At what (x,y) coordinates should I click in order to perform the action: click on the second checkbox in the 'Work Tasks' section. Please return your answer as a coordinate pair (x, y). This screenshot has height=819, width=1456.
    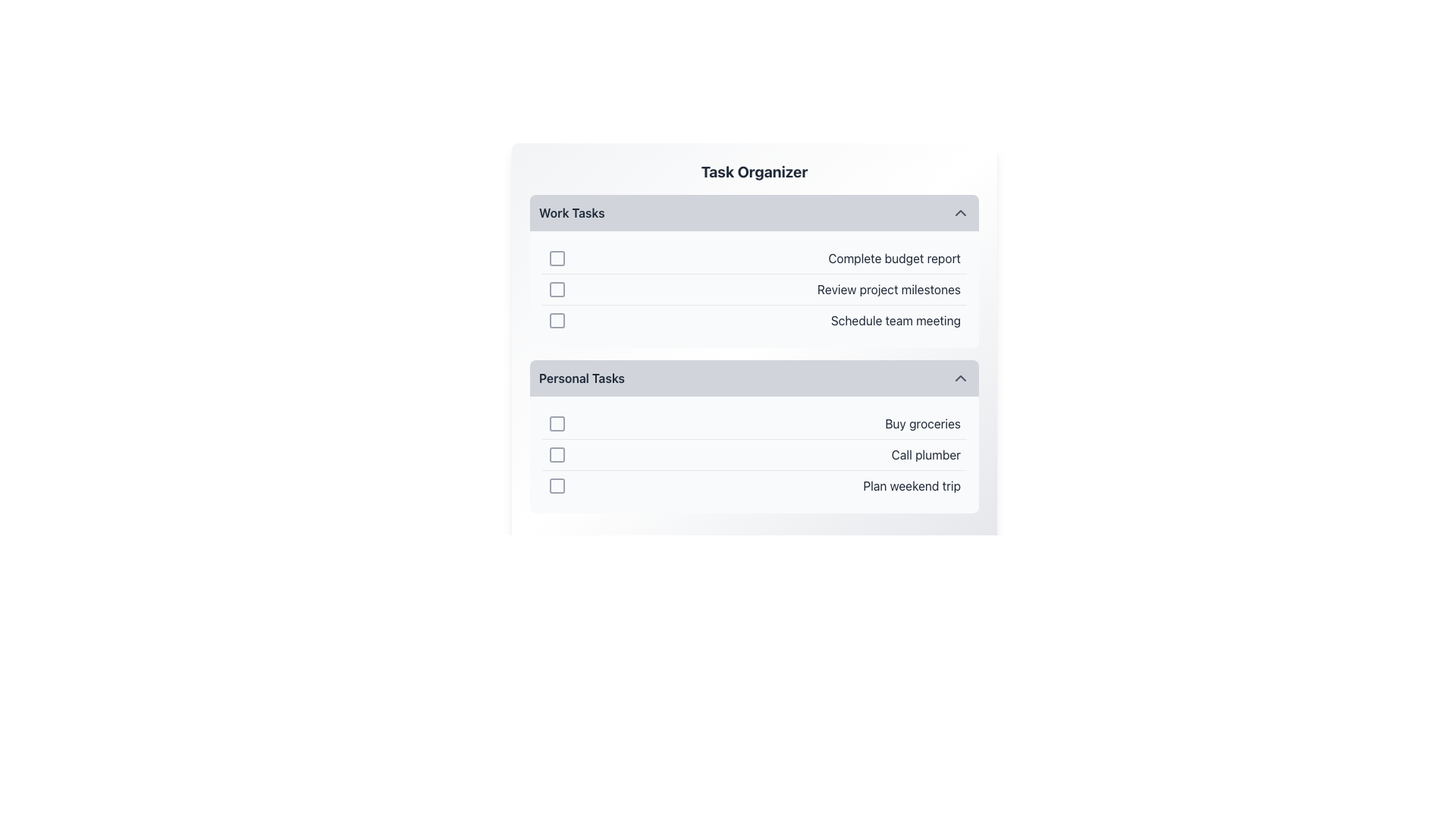
    Looking at the image, I should click on (556, 289).